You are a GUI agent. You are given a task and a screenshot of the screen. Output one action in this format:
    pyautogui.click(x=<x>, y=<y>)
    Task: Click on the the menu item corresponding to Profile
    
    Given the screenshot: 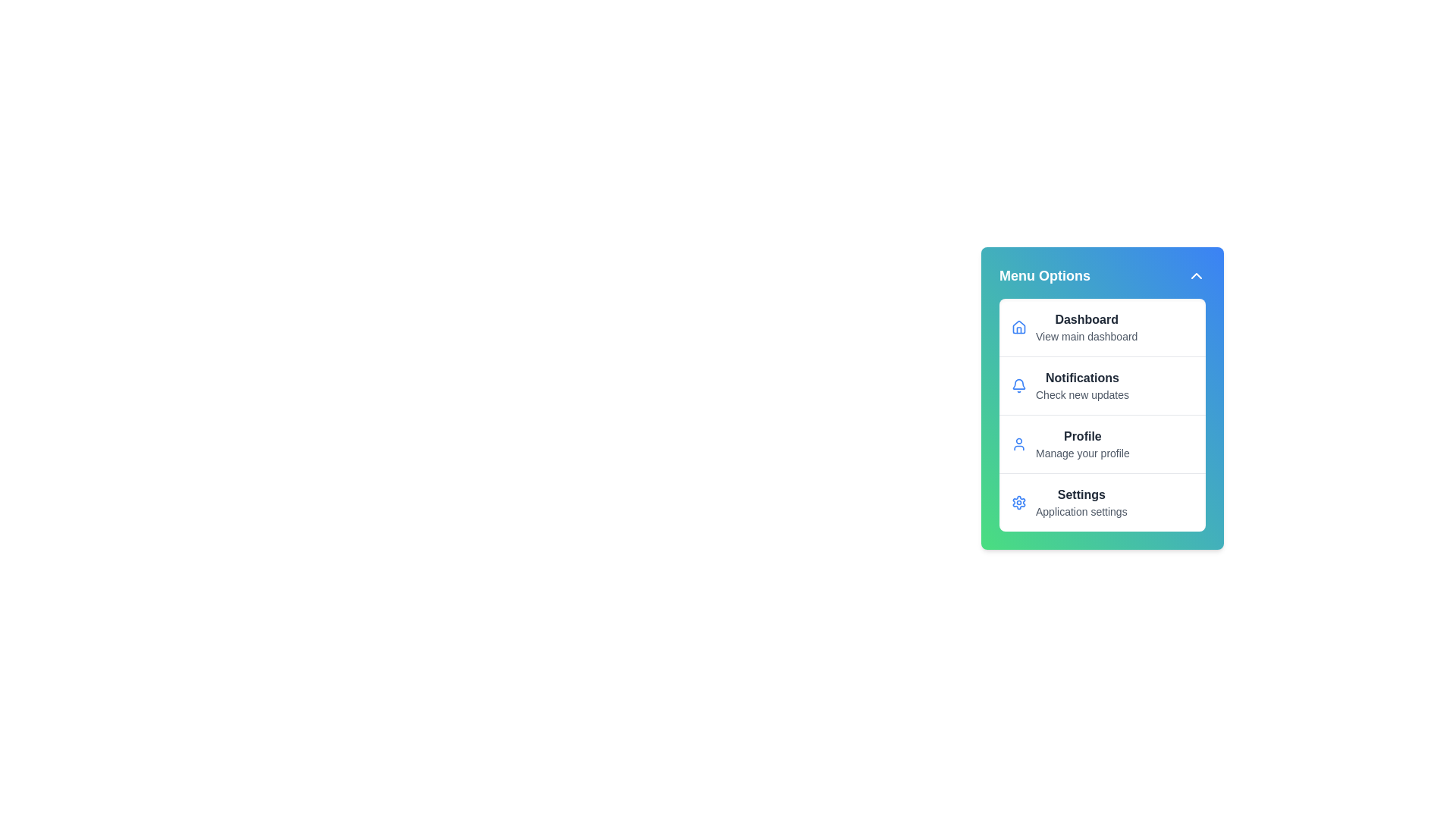 What is the action you would take?
    pyautogui.click(x=1103, y=444)
    